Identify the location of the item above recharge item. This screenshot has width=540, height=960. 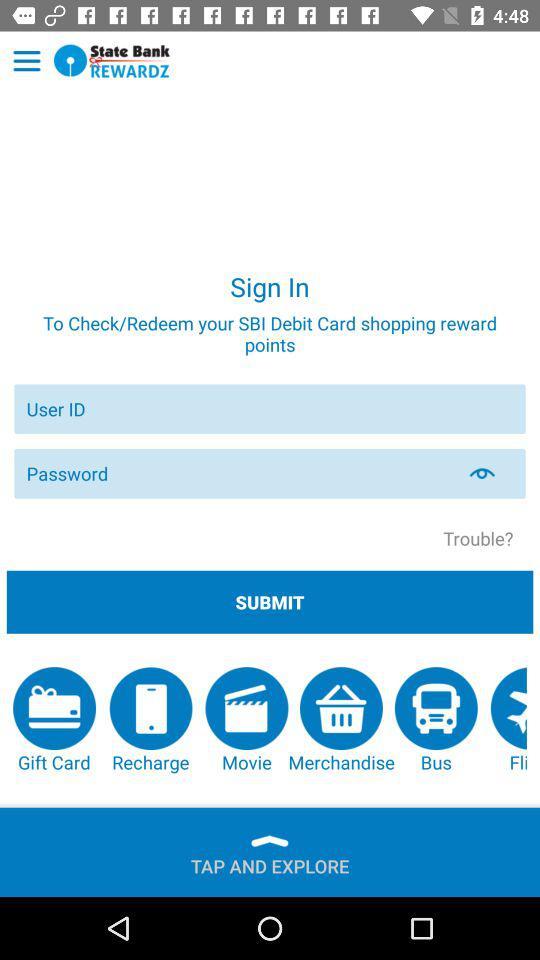
(270, 601).